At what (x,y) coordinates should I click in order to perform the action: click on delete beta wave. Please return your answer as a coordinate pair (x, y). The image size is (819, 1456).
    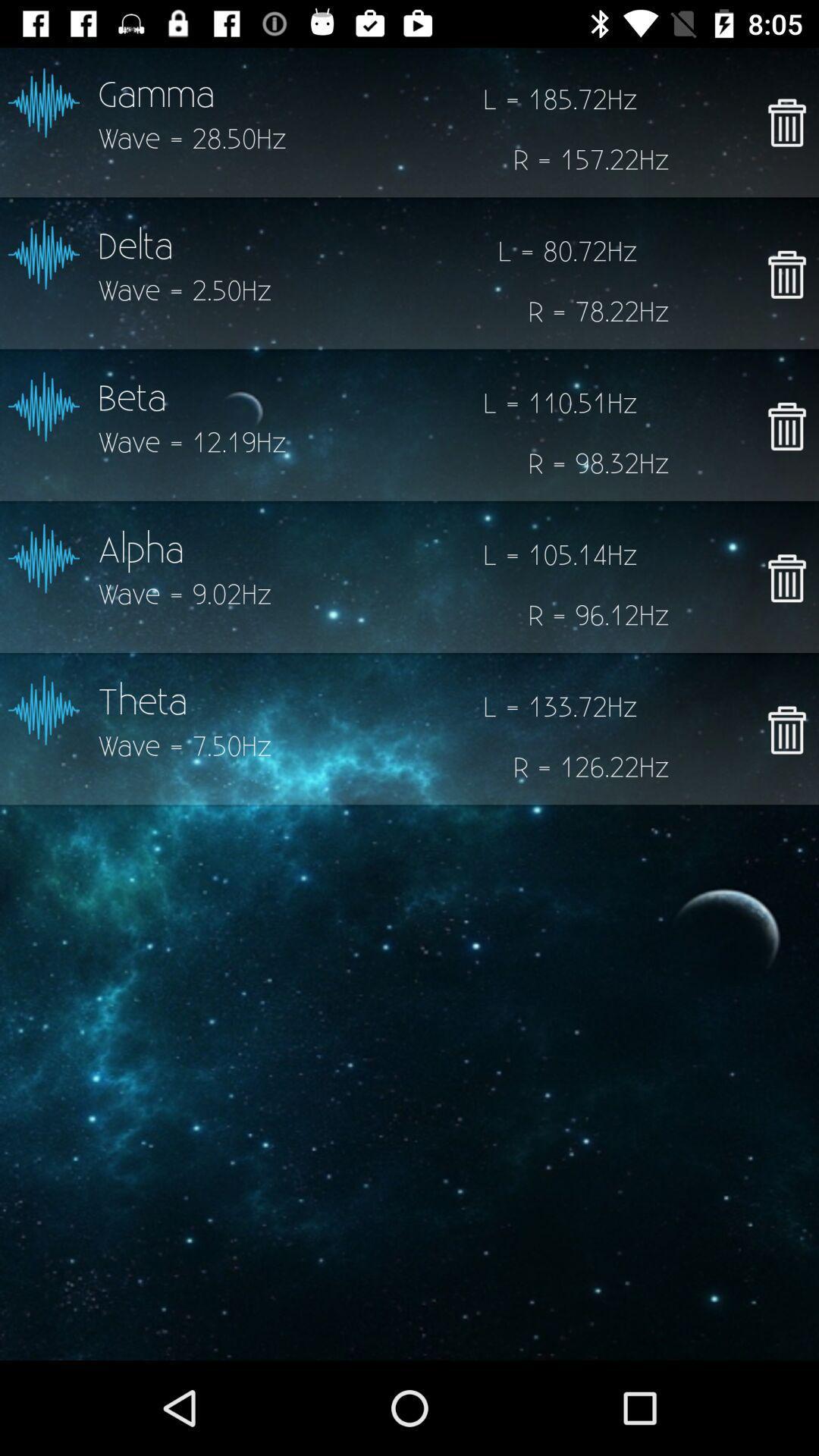
    Looking at the image, I should click on (786, 425).